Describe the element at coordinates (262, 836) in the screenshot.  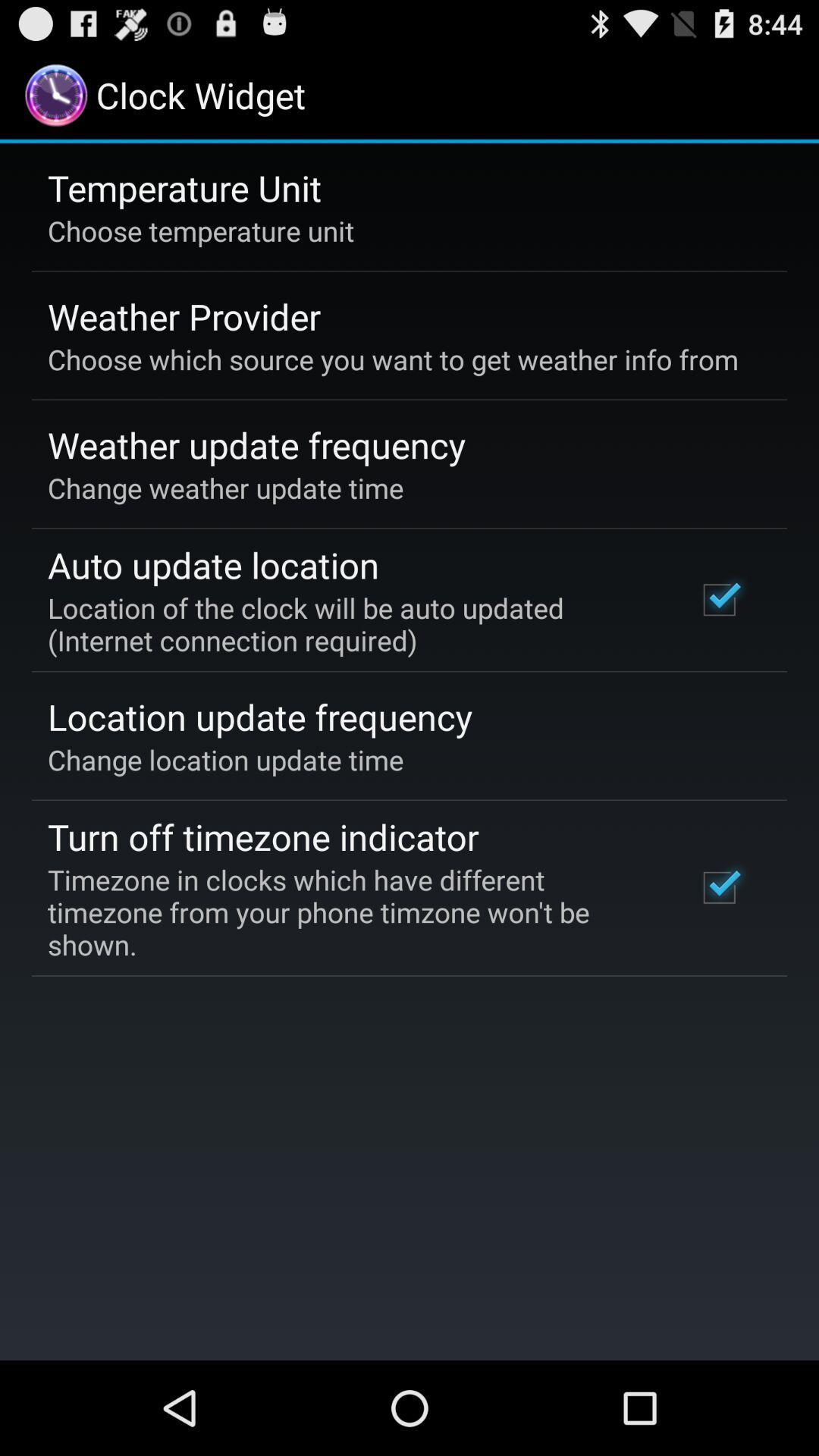
I see `the icon below the change location update` at that location.